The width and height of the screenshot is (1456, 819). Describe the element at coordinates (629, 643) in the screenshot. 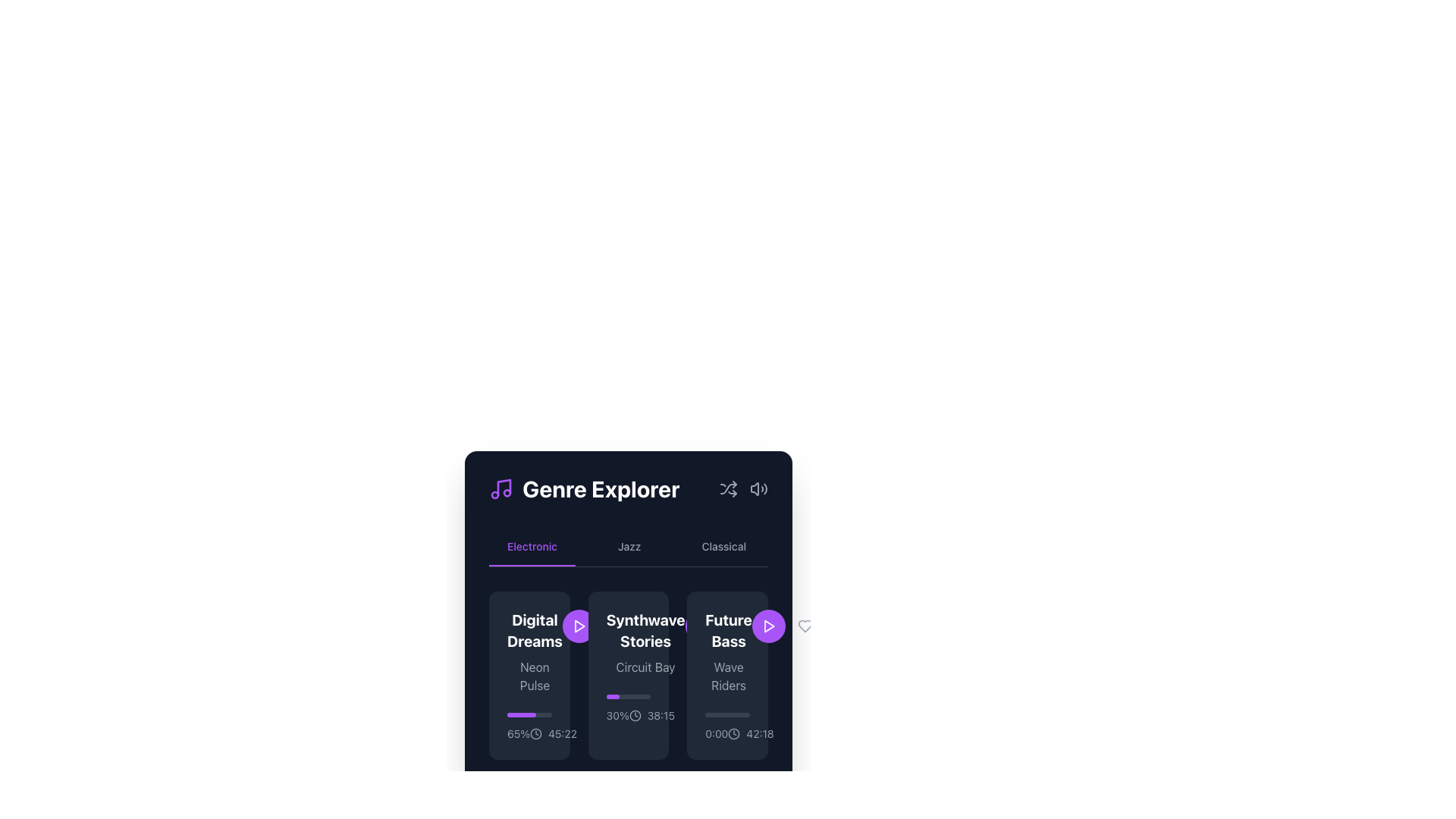

I see `the text label that serves as the title and subtitle for the second card under the 'Electronic' tab in the 'Genre Explorer' section to potentially reveal interactive effects` at that location.